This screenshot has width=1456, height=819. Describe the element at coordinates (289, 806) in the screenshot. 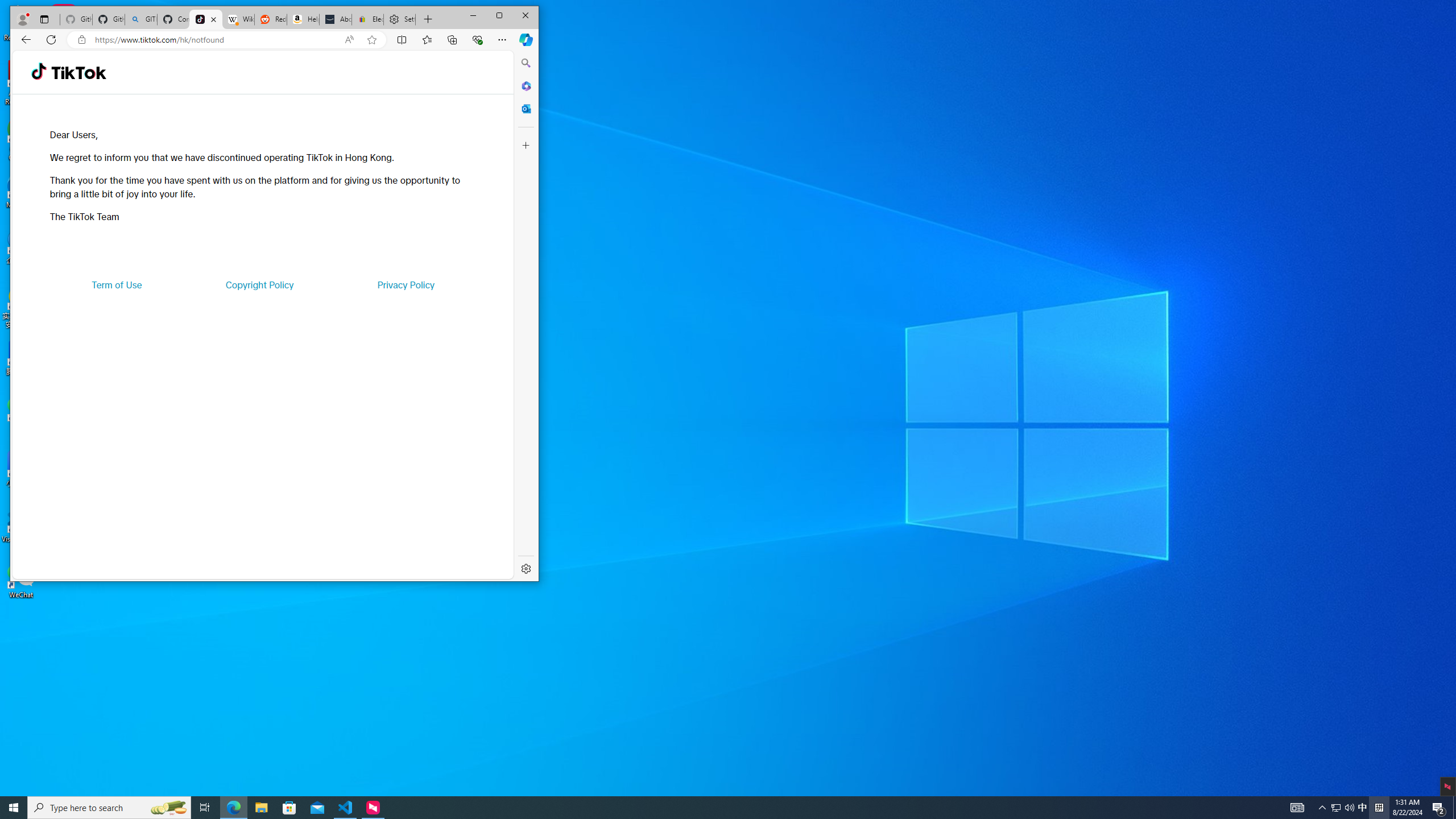

I see `'Microsoft Store'` at that location.